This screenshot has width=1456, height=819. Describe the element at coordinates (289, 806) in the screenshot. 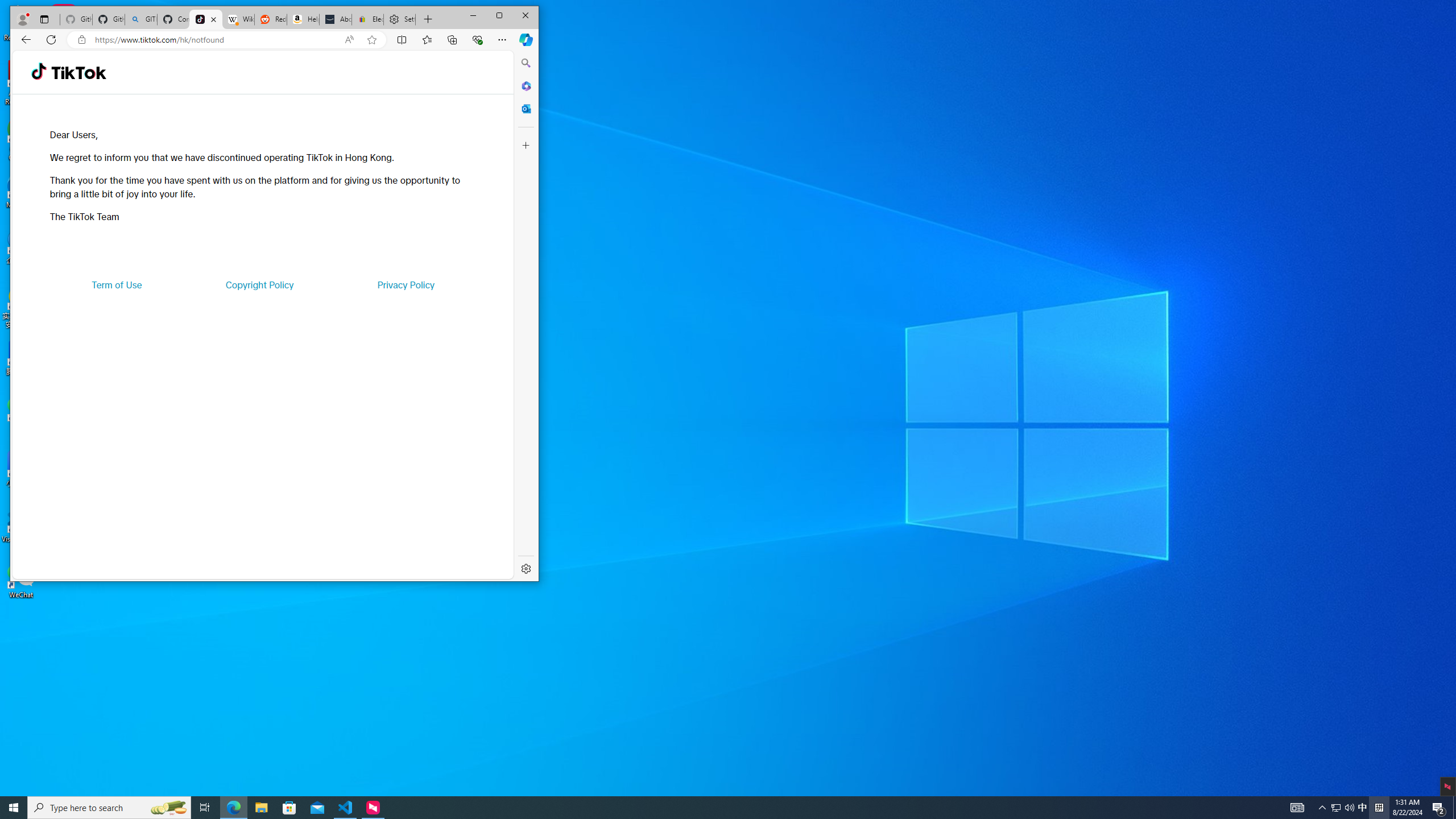

I see `'Microsoft Store'` at that location.